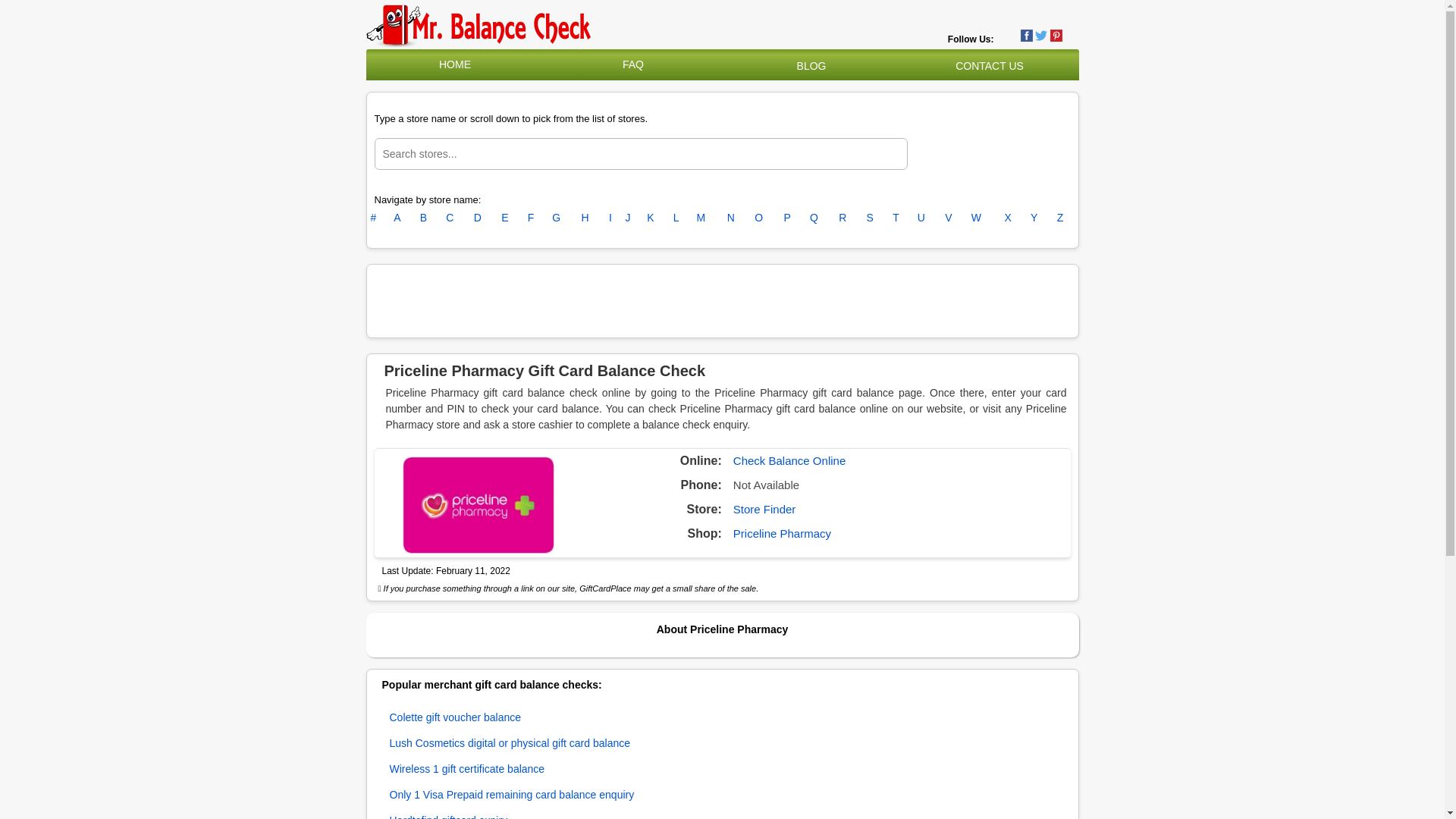 This screenshot has width=1456, height=819. Describe the element at coordinates (701, 217) in the screenshot. I see `'M'` at that location.